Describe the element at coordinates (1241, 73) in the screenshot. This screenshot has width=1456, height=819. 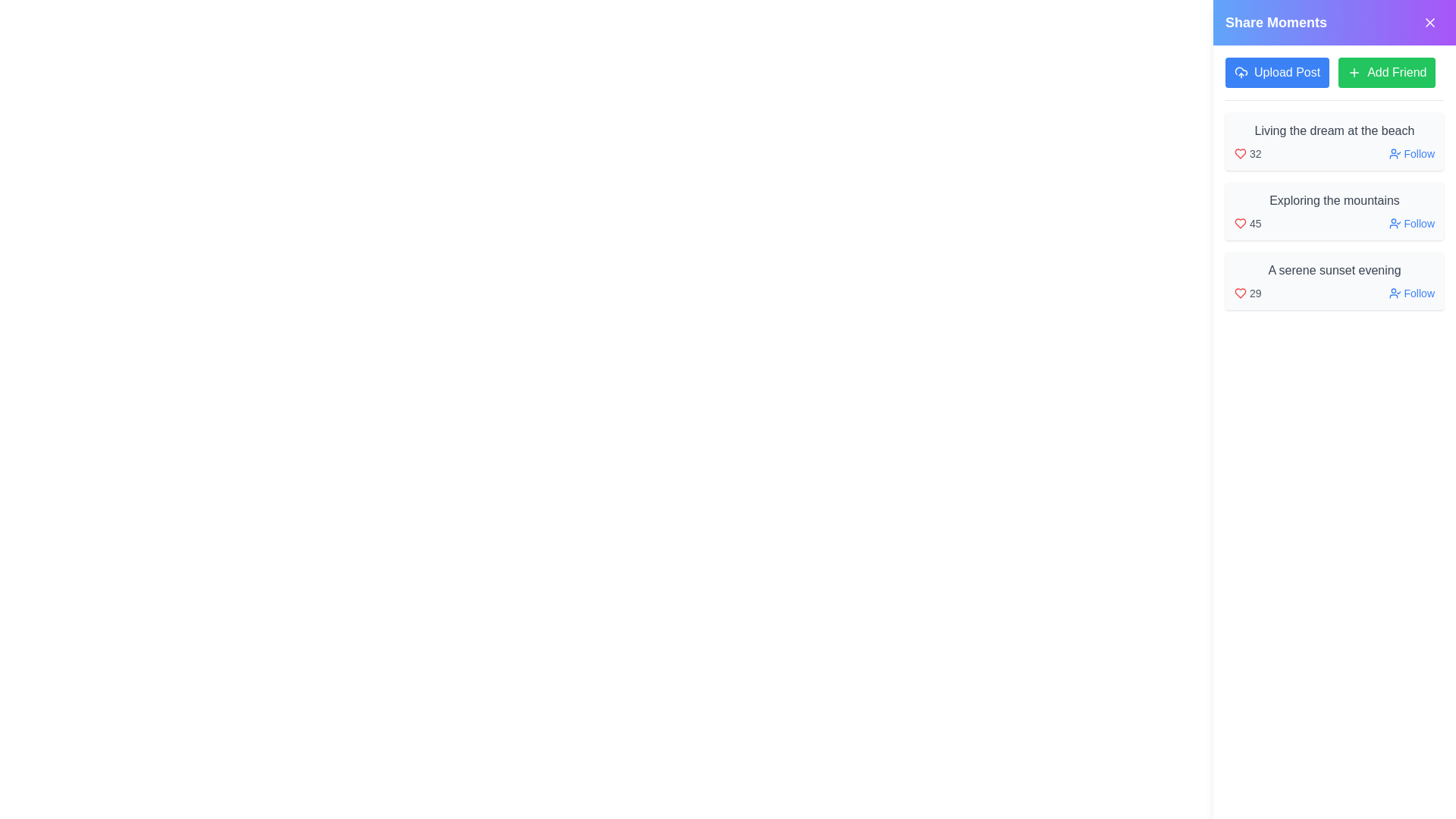
I see `the 'Upload Post' icon located on the left side of the 'Upload Post' button in the top-left section of the 'Share Moments' panel to trigger potential visual feedback` at that location.